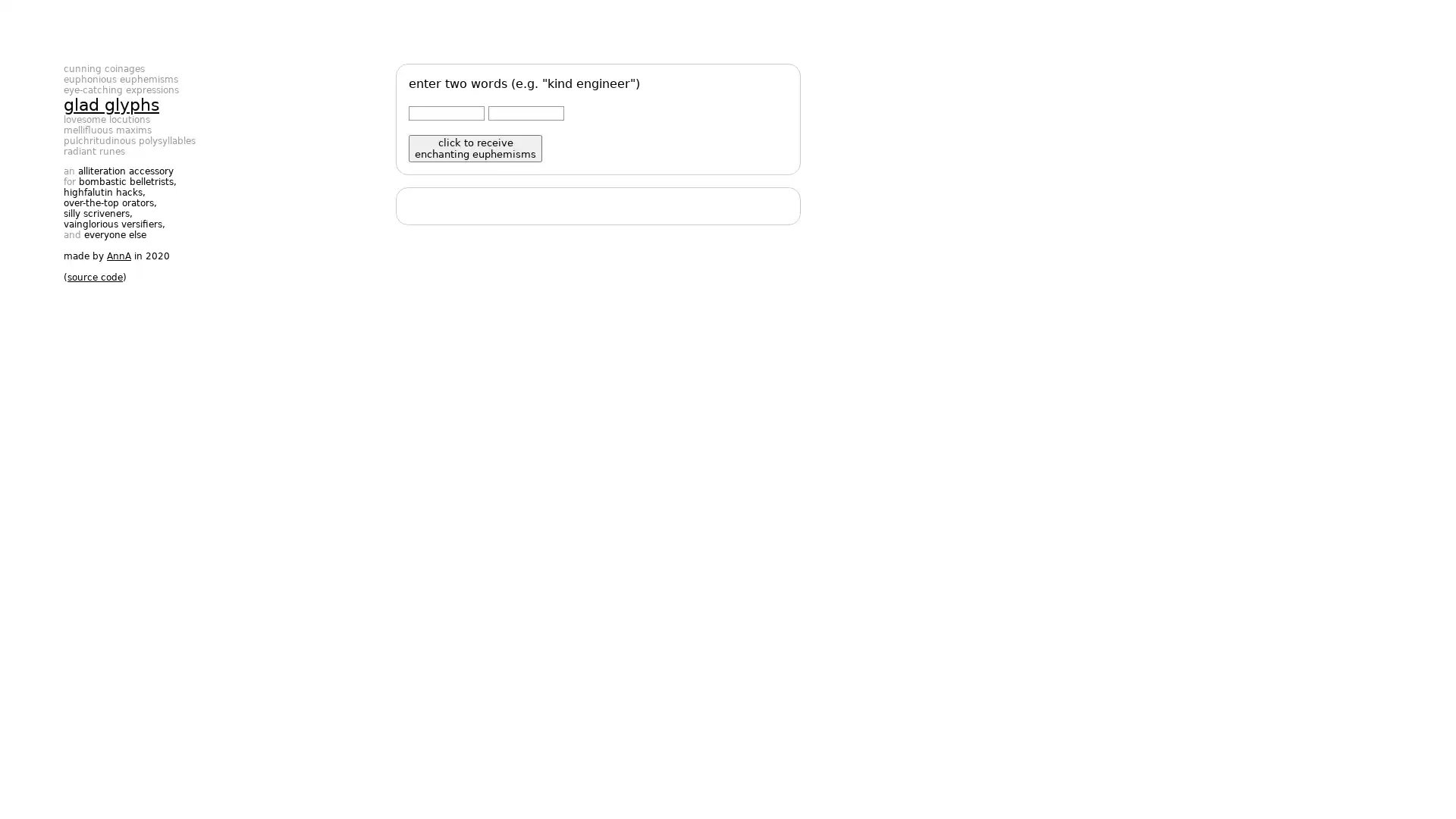 The width and height of the screenshot is (1456, 819). I want to click on click to receive enchanting euphemisms, so click(475, 149).